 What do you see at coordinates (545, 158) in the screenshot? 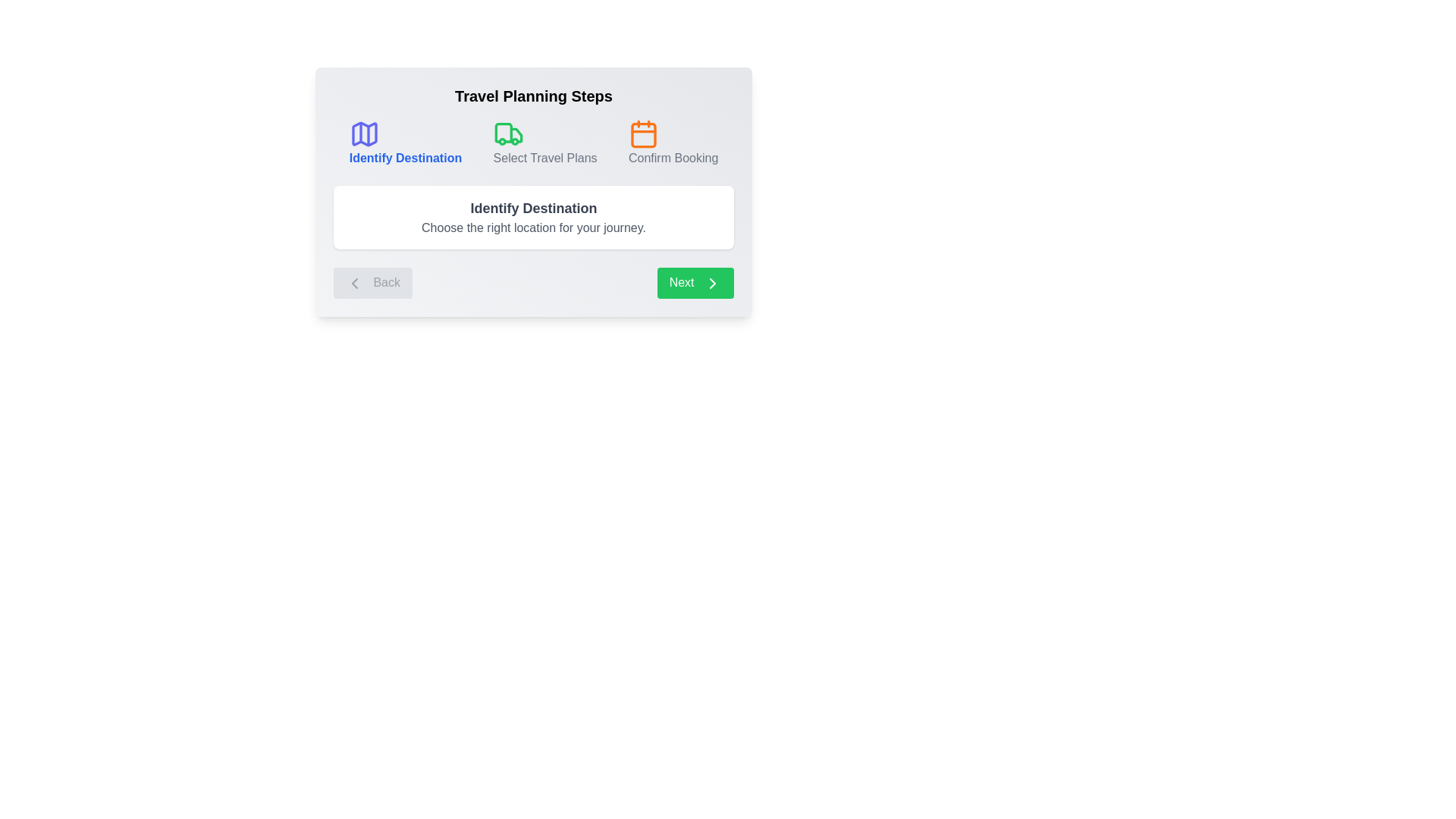
I see `the label that displays the text 'Select Travel Plans', which is styled in gray and centered below the vehicle icon in the 'Travel Planning Steps' section` at bounding box center [545, 158].